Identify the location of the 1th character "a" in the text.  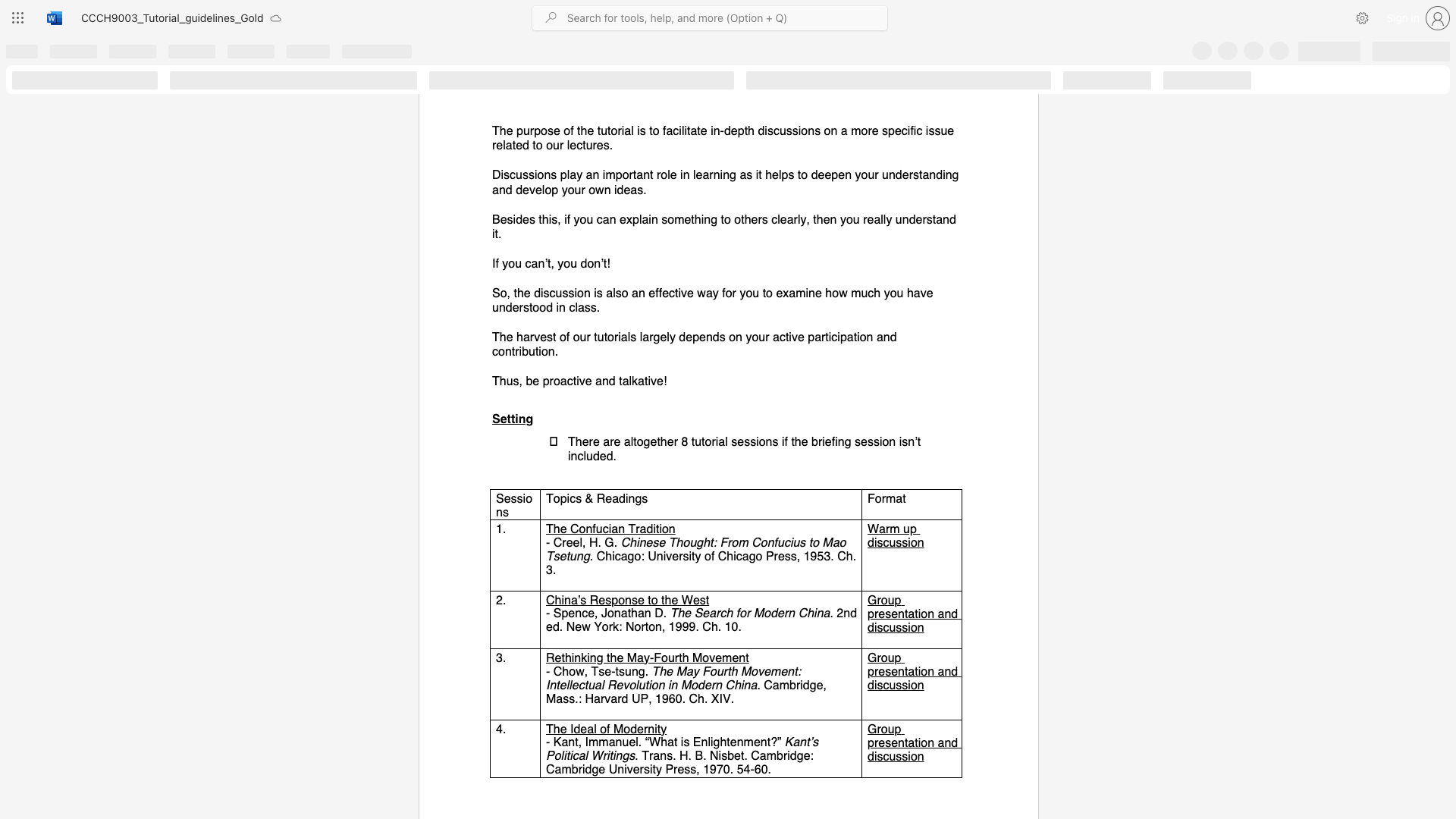
(910, 613).